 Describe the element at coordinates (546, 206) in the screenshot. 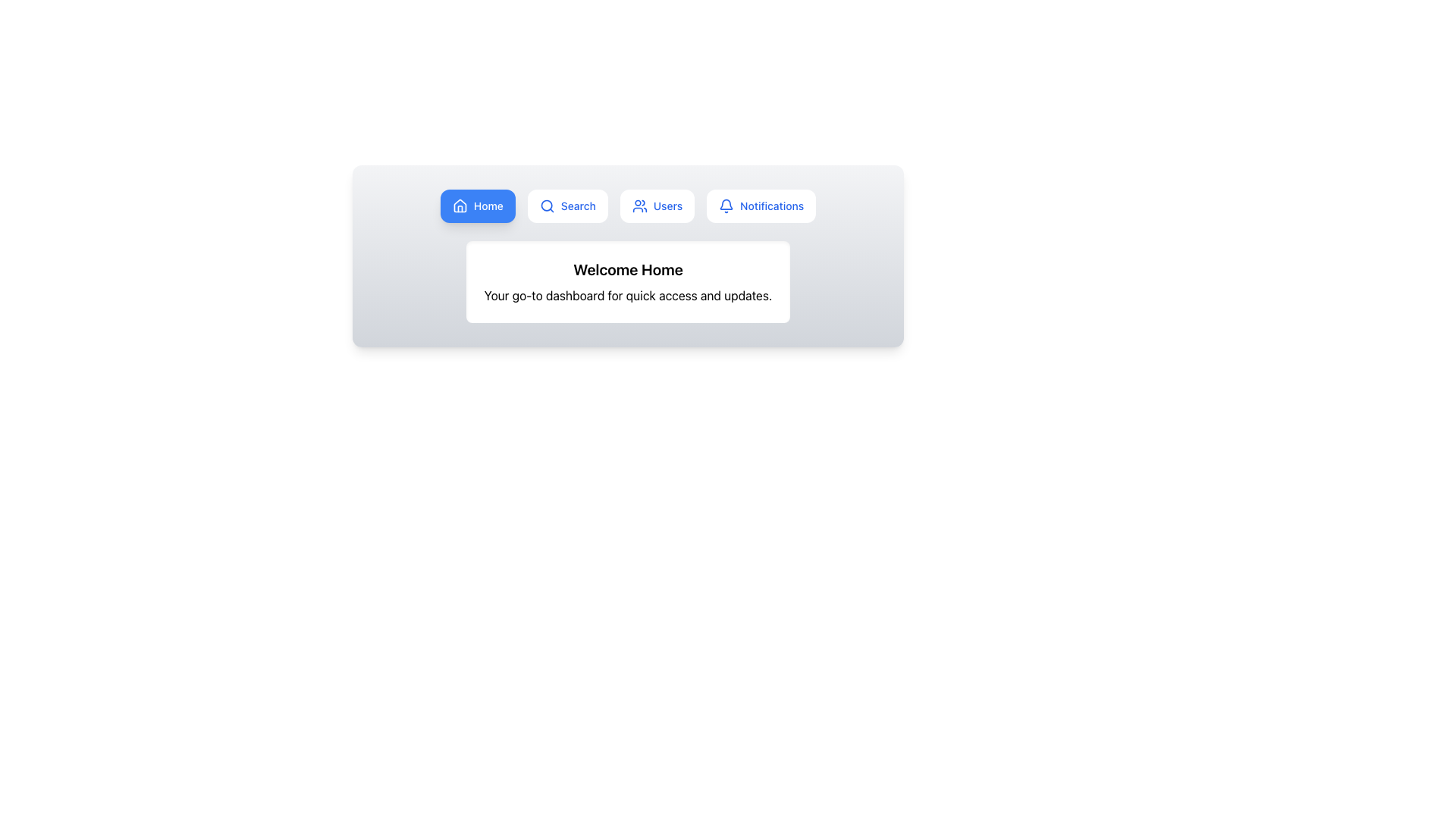

I see `the central circle of the magnifying glass icon in the 'Search' button located to the right of the 'Home' button in the navigation bar` at that location.